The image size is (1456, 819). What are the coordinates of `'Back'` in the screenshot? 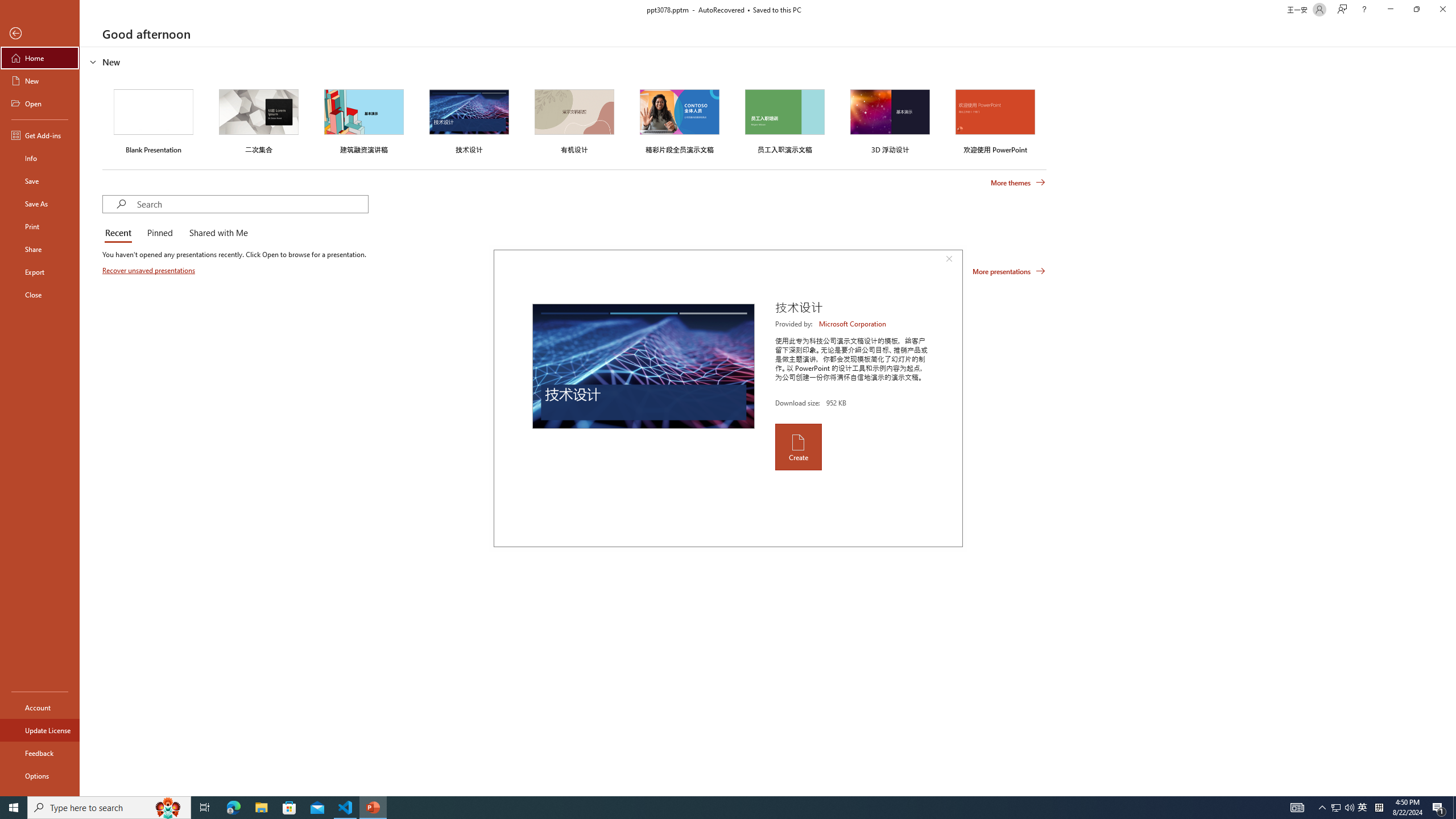 It's located at (39, 33).